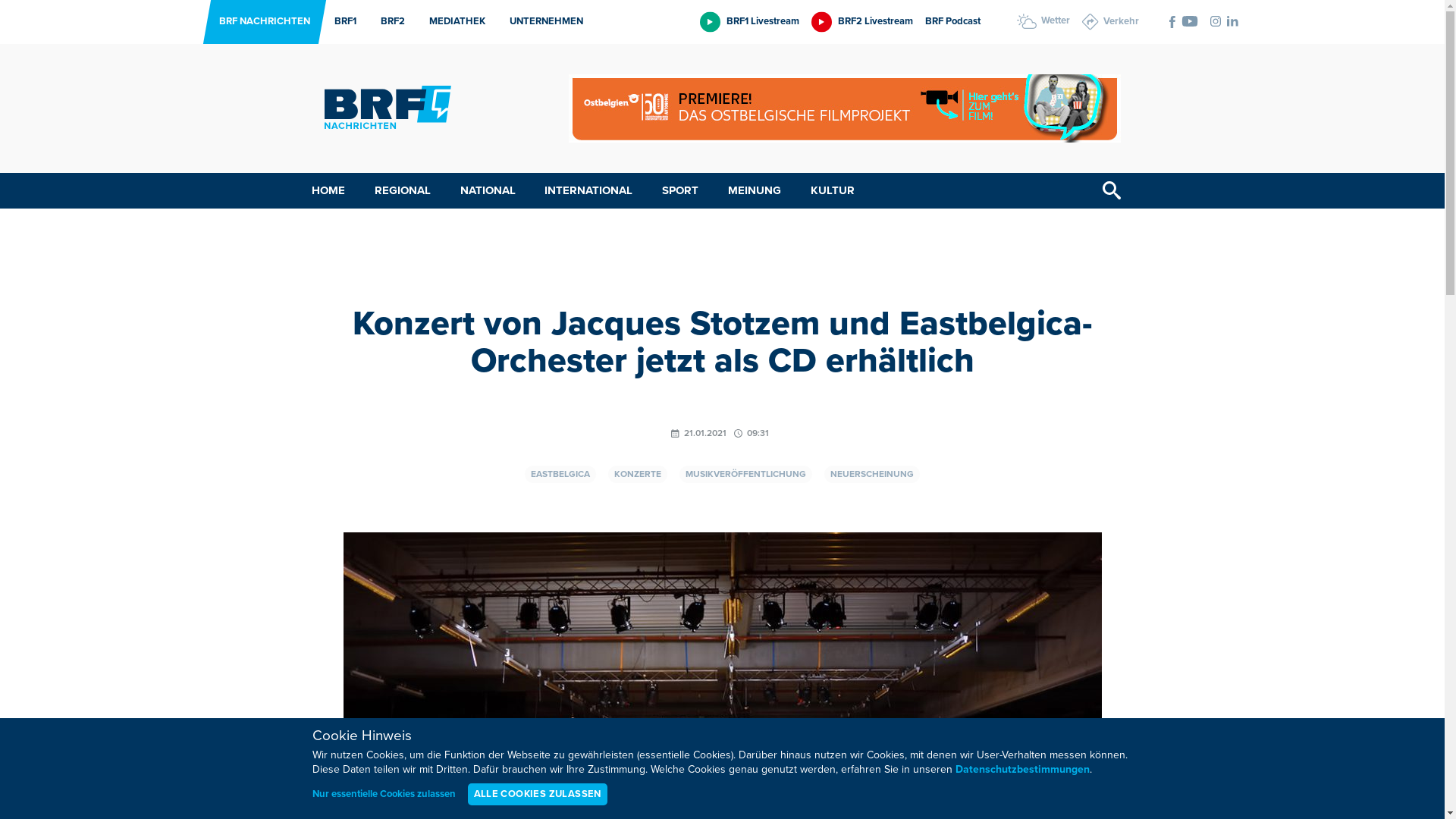 The height and width of the screenshot is (819, 1456). What do you see at coordinates (679, 190) in the screenshot?
I see `'SPORT'` at bounding box center [679, 190].